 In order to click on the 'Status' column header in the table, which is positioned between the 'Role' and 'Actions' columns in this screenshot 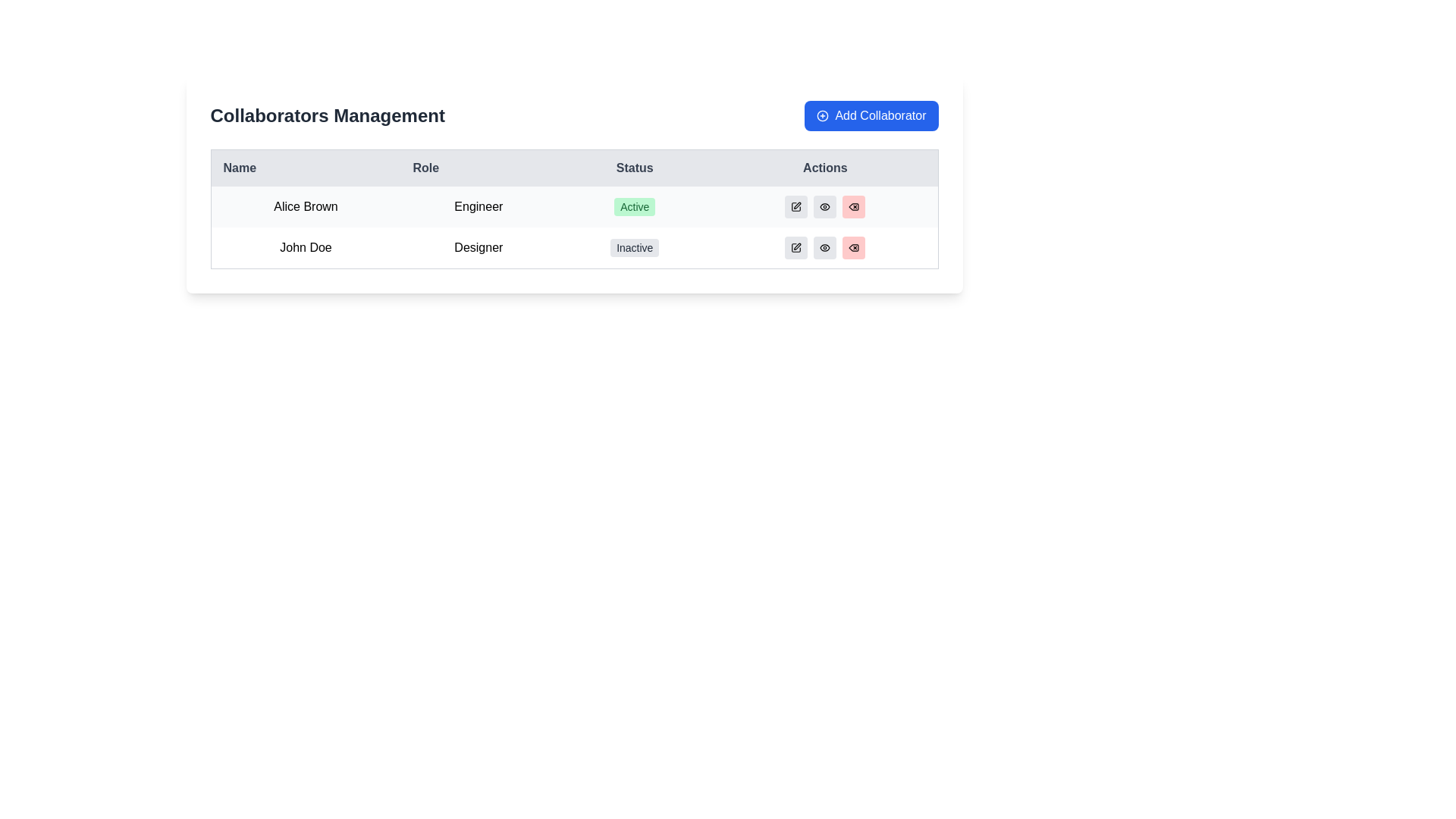, I will do `click(635, 168)`.